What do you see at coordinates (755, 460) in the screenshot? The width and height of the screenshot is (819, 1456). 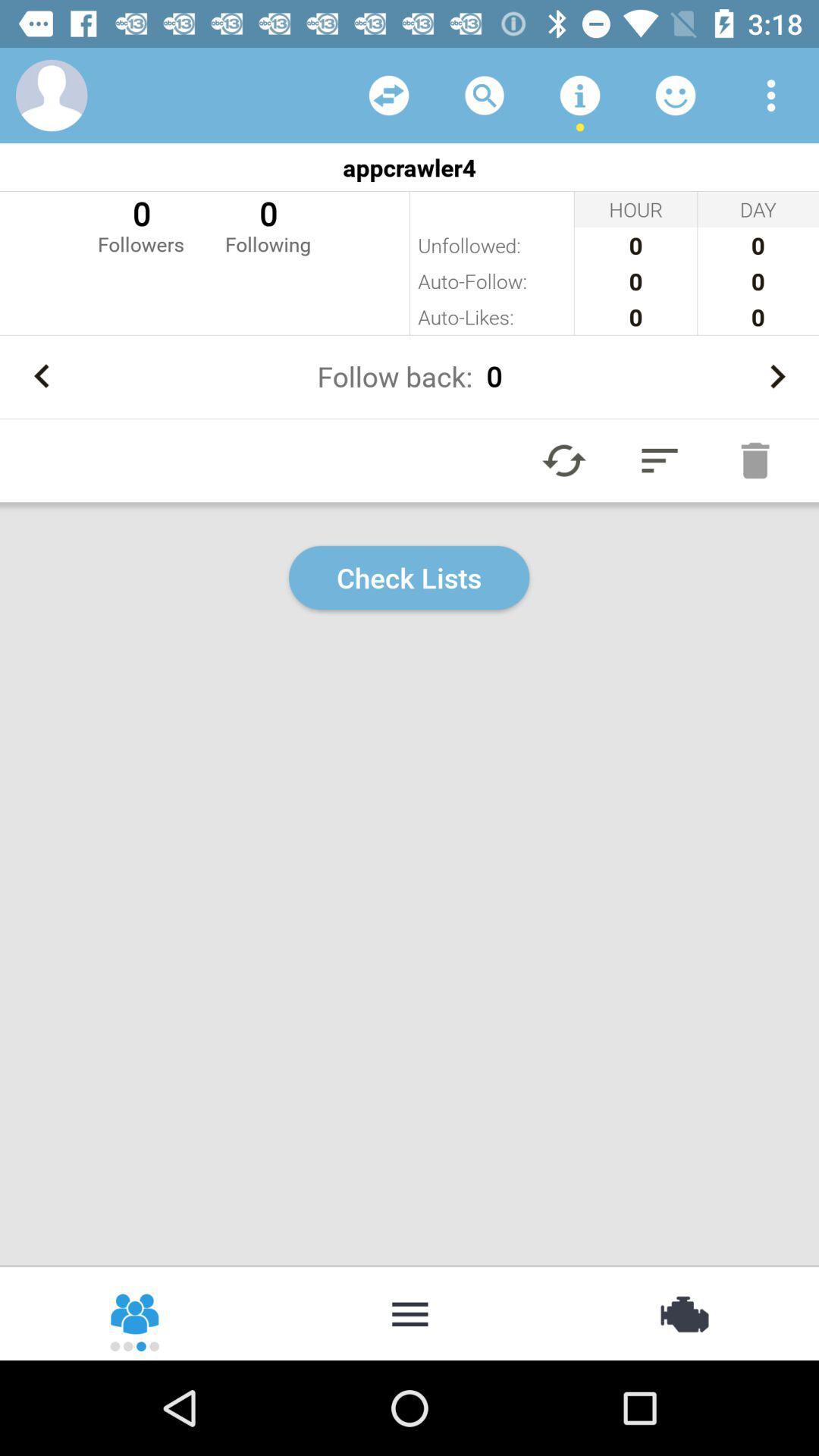 I see `the delete icon` at bounding box center [755, 460].